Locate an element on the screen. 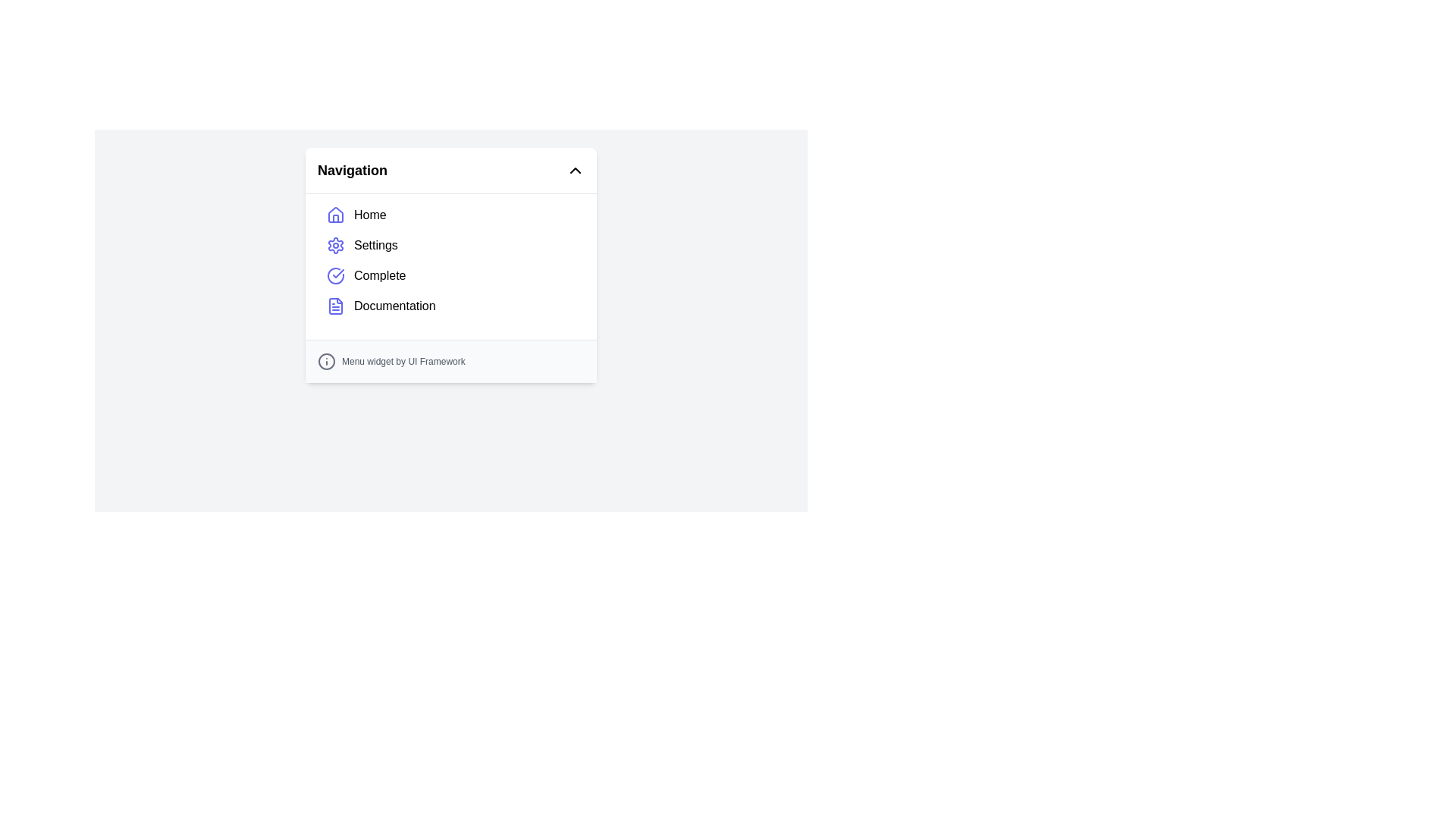  the small, upward-pointing chevron icon with a thin black stroke, located in the upper-right corner of the header row, aligned with the 'Navigation' header text is located at coordinates (574, 170).